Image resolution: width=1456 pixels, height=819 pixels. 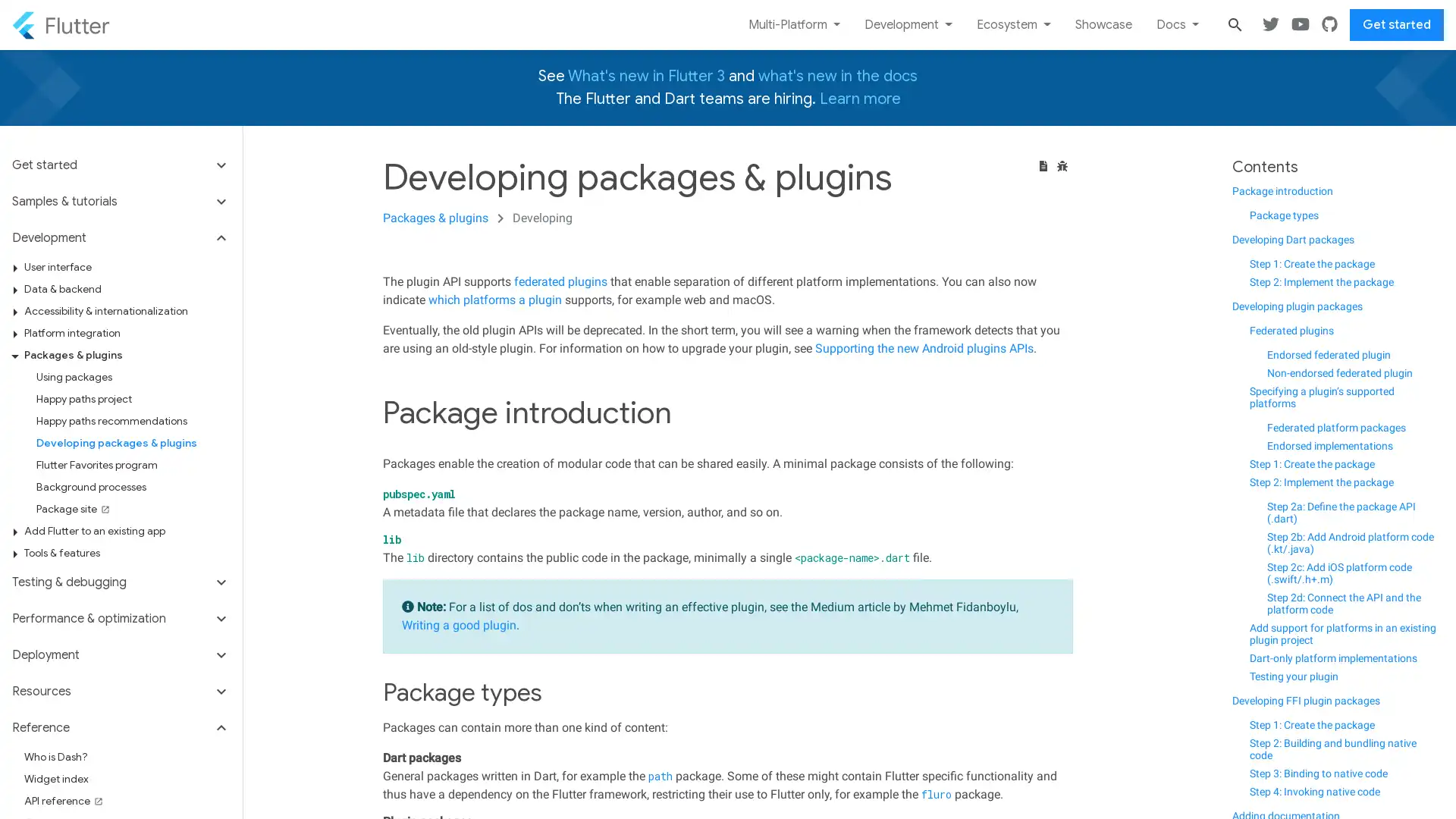 I want to click on arrow_drop_down Data & backend, so click(x=127, y=289).